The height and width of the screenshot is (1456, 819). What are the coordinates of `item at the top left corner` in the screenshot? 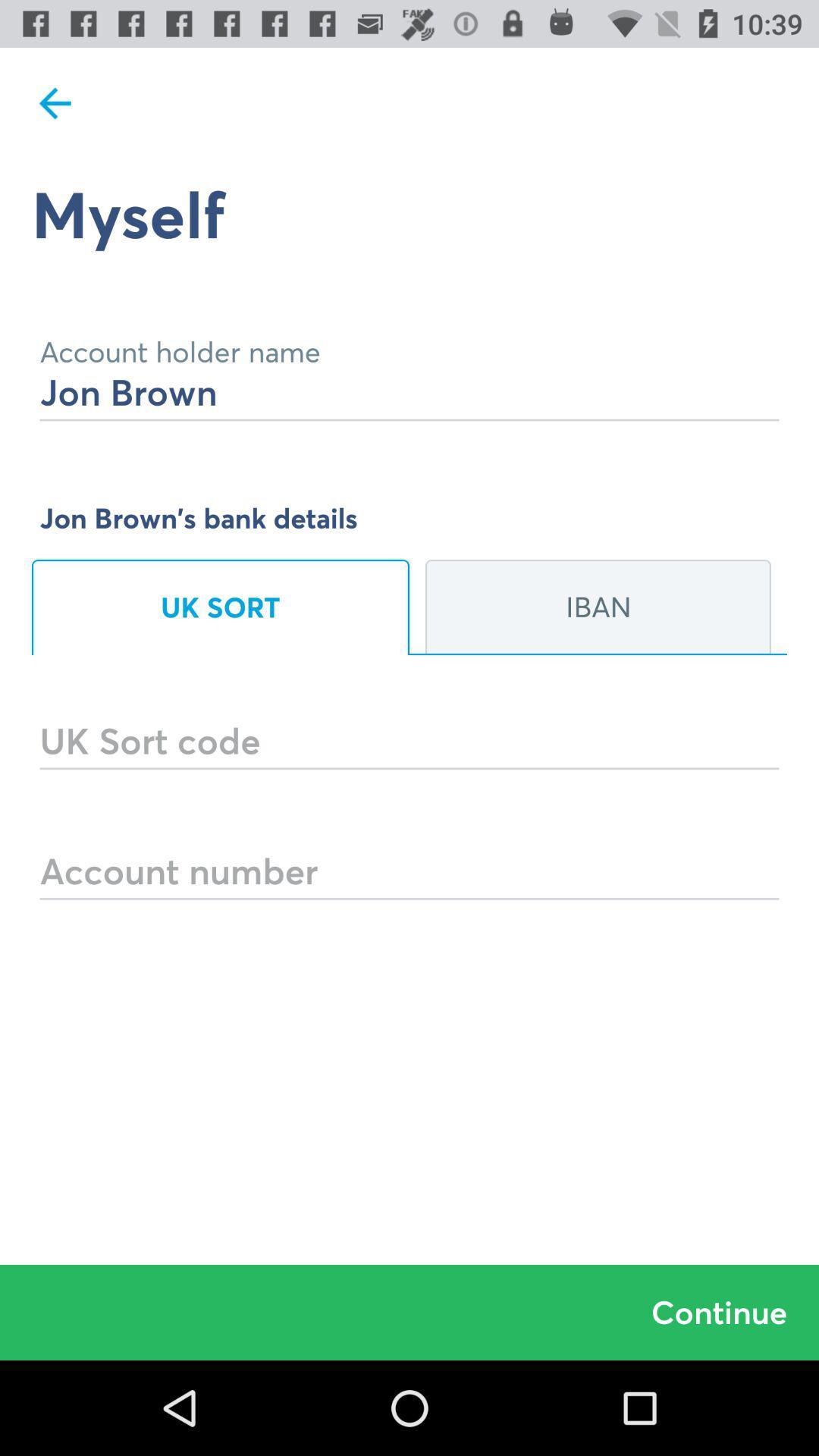 It's located at (55, 102).